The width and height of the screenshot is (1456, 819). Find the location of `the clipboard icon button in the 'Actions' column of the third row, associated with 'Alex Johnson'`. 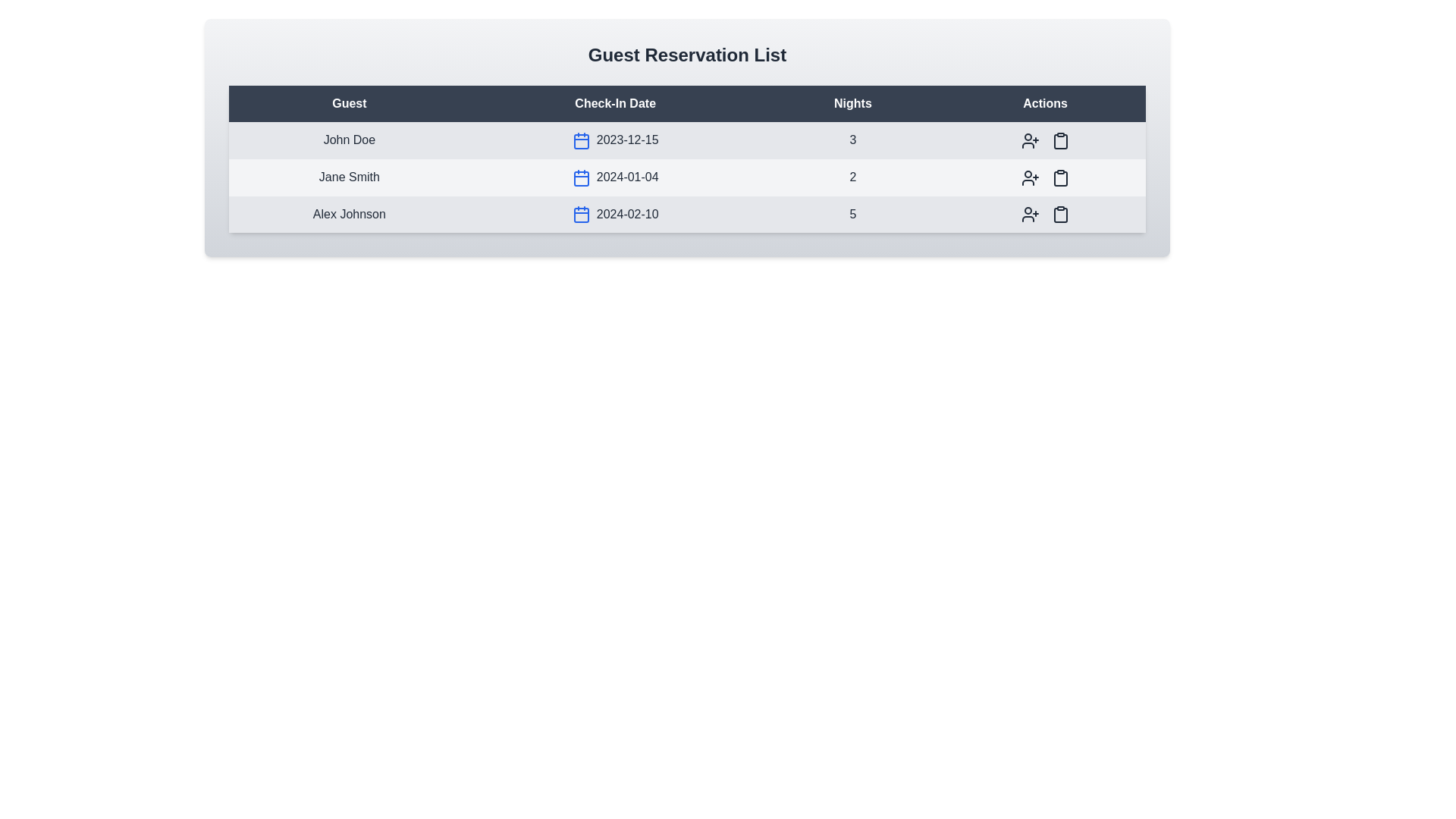

the clipboard icon button in the 'Actions' column of the third row, associated with 'Alex Johnson' is located at coordinates (1059, 214).